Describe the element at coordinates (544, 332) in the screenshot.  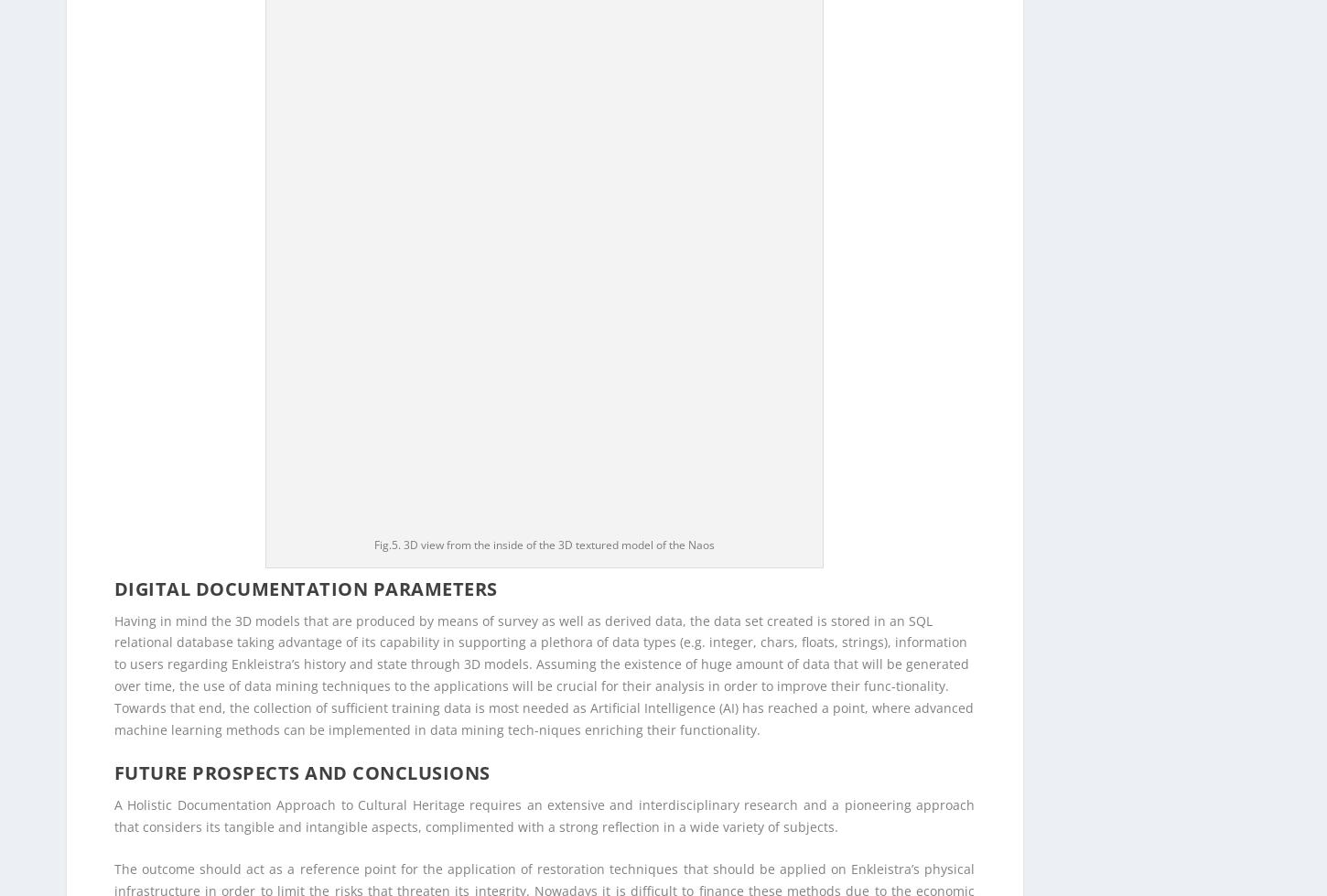
I see `'An online educational tool provides a new way of reusing Cultural Heritage data obtained from imagebased and 3D modelling, terrestrial laser scanning techniques, photogrammetry methods etc. which could also be applied in St. Neophytos case, including interactive lessons and activities using 3D representations of the cavern.'` at that location.